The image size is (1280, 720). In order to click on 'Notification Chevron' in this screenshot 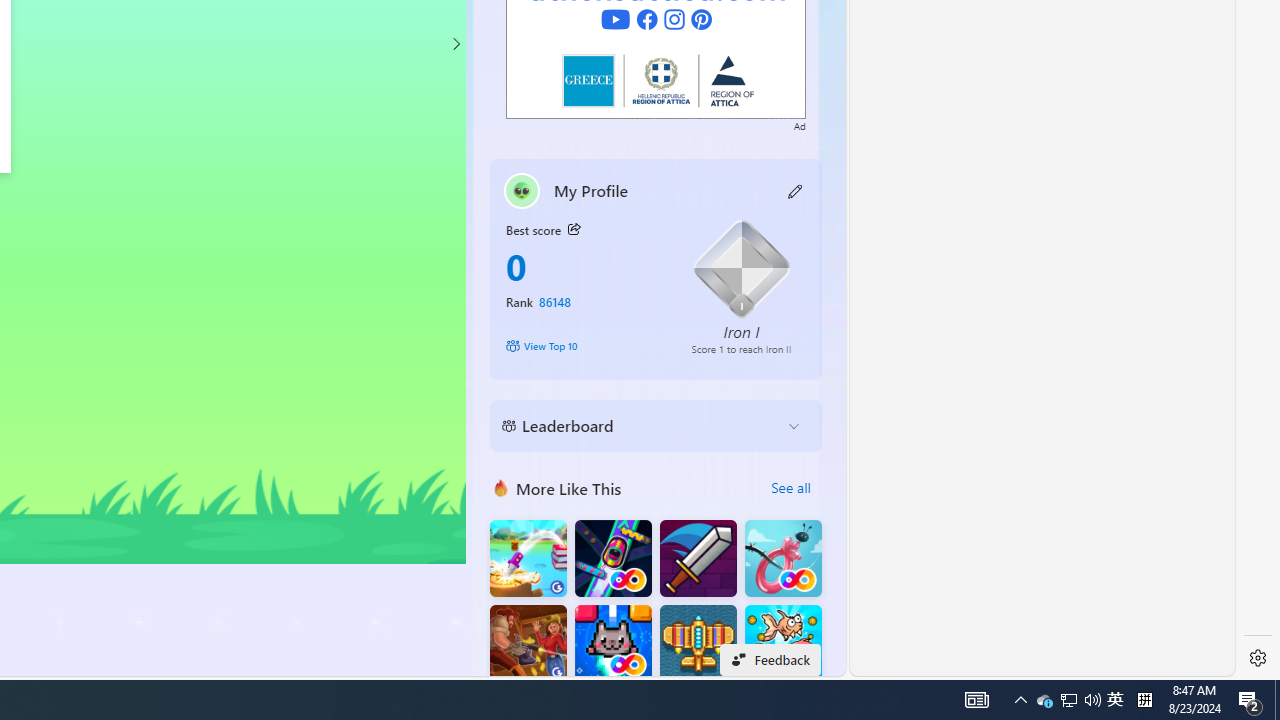, I will do `click(1020, 698)`.